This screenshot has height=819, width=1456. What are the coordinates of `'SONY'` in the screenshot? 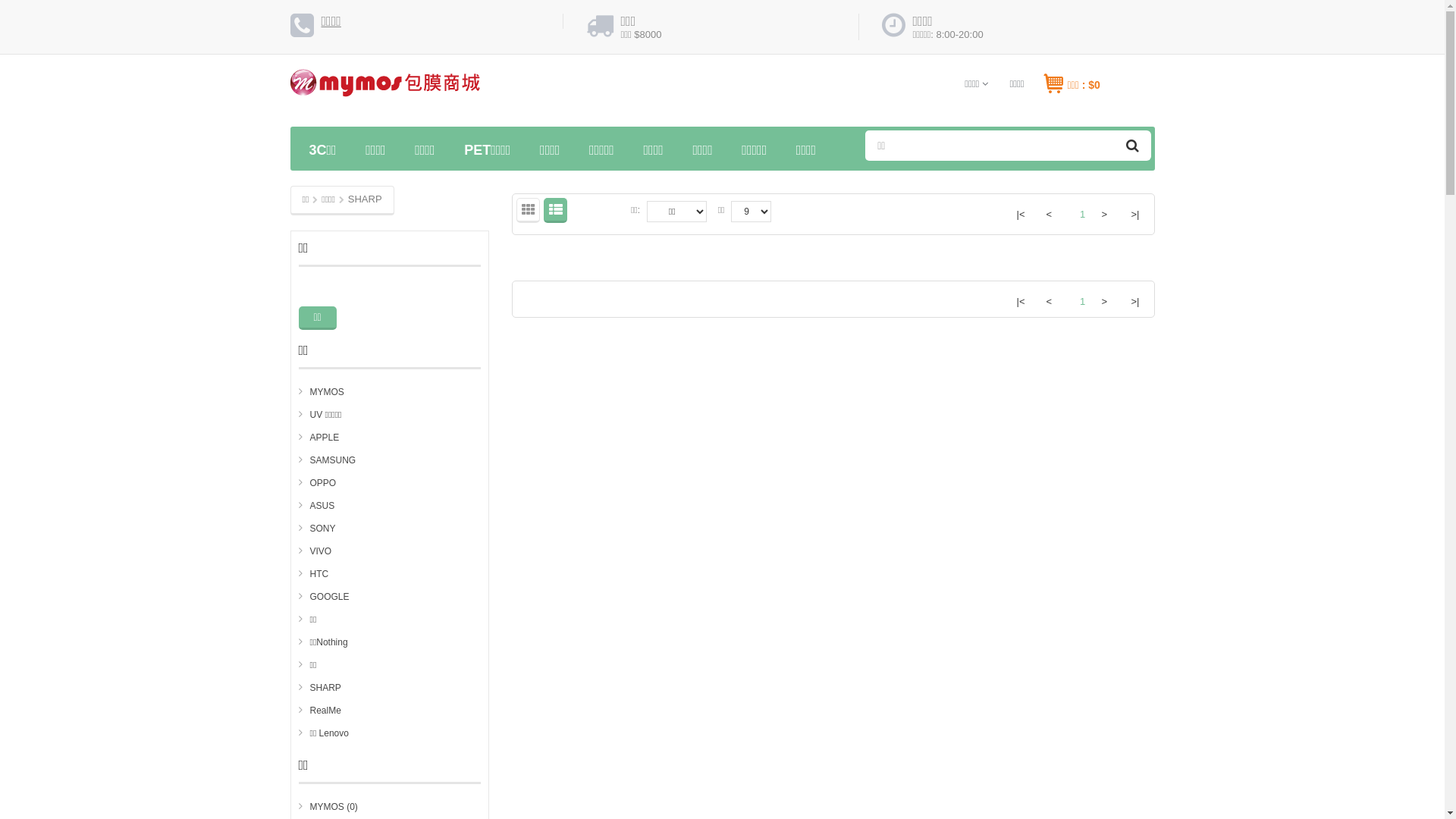 It's located at (316, 528).